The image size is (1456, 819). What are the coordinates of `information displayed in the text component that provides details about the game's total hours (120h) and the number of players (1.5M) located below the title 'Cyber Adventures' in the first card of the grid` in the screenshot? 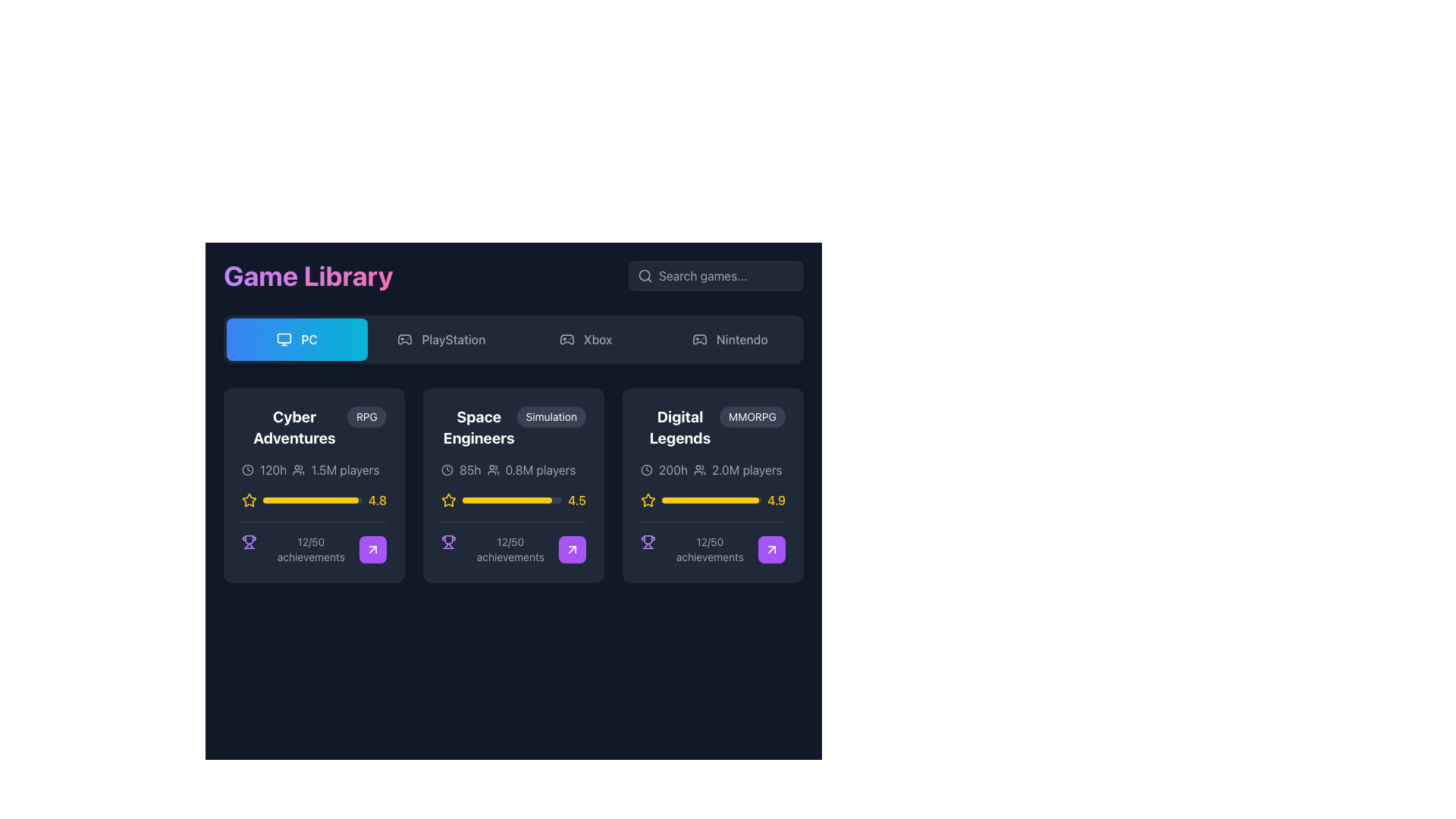 It's located at (313, 469).